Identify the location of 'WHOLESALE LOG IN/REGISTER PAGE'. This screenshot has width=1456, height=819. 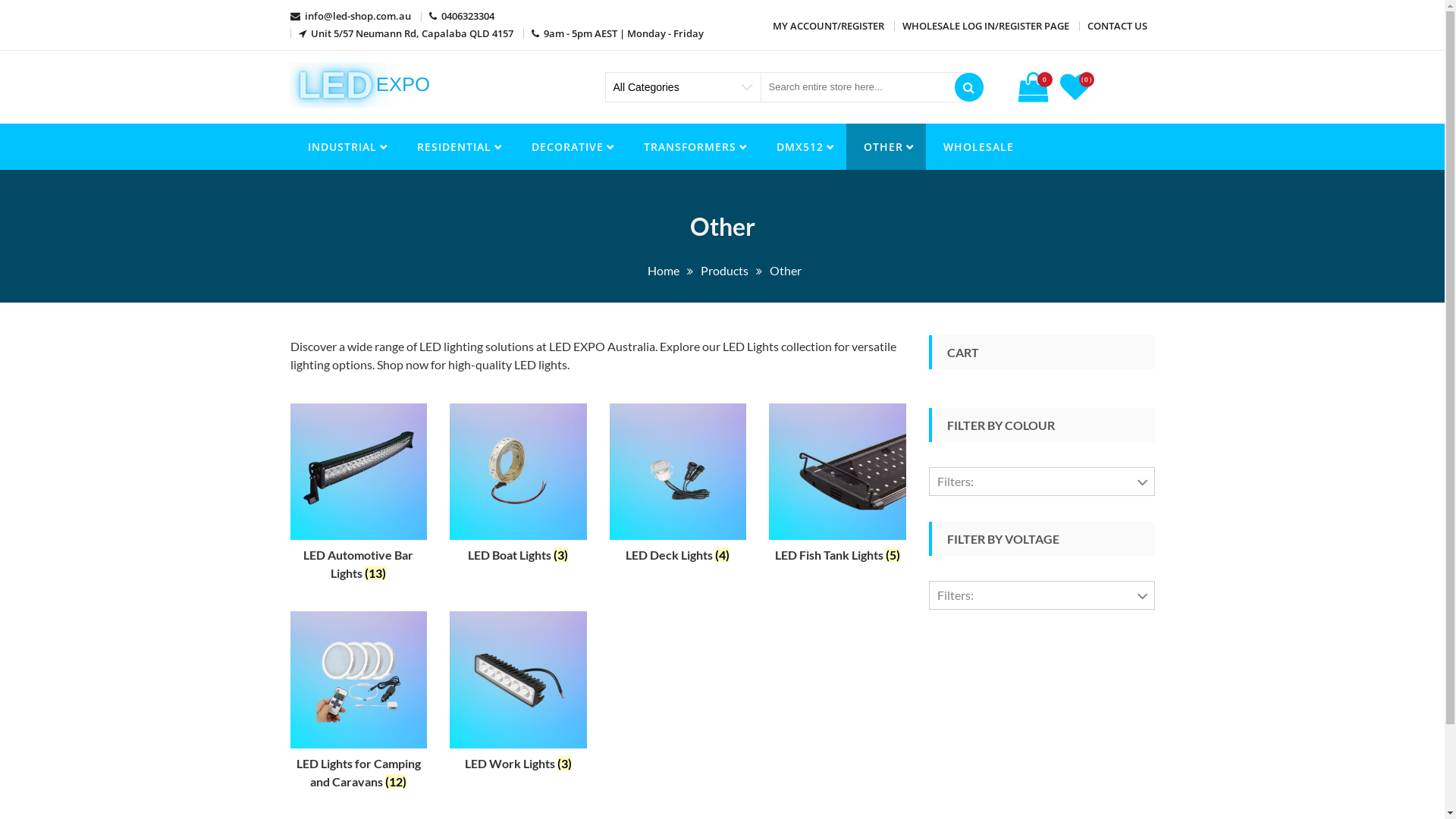
(986, 26).